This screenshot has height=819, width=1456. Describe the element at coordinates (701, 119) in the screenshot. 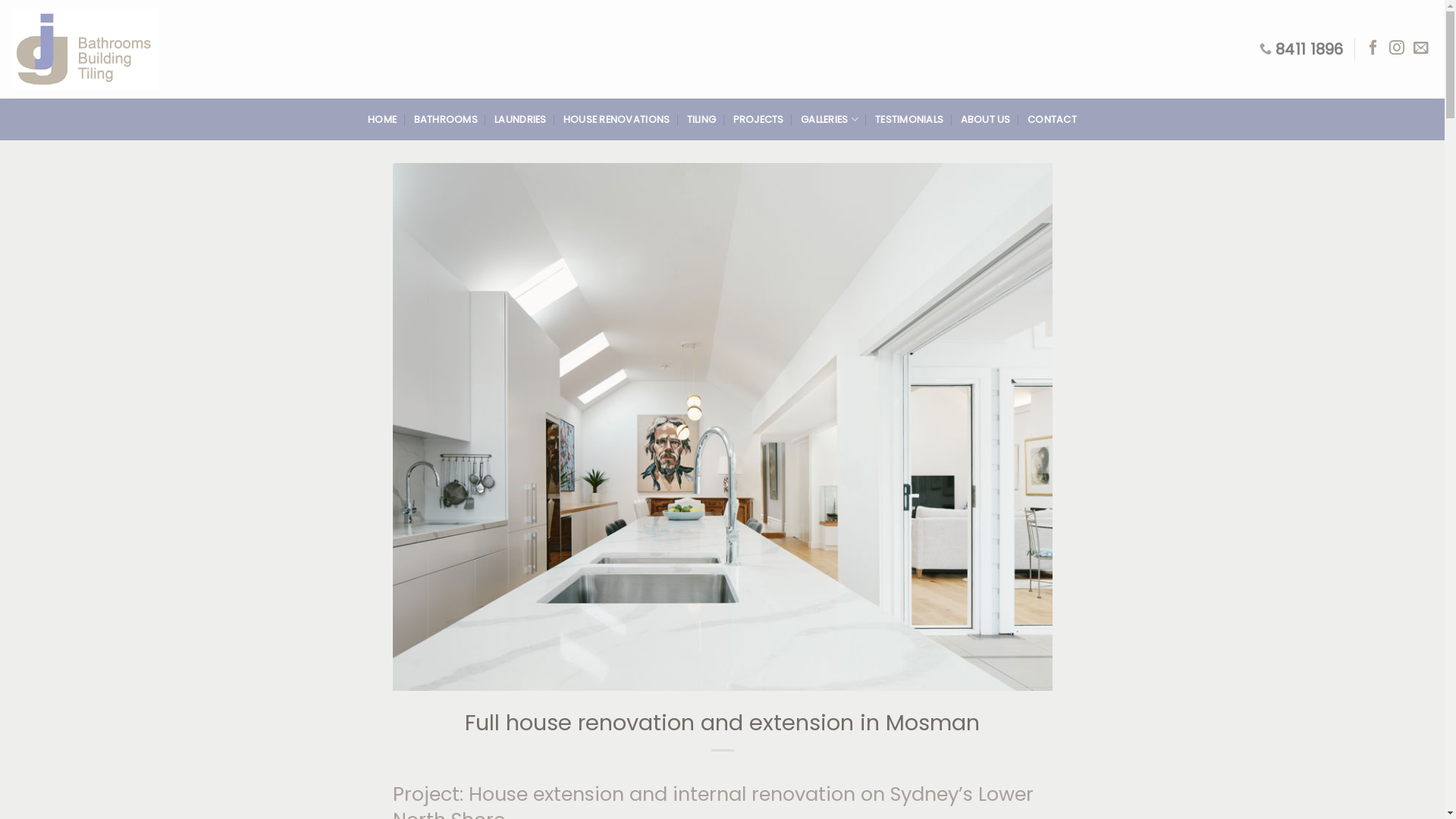

I see `'TILING'` at that location.